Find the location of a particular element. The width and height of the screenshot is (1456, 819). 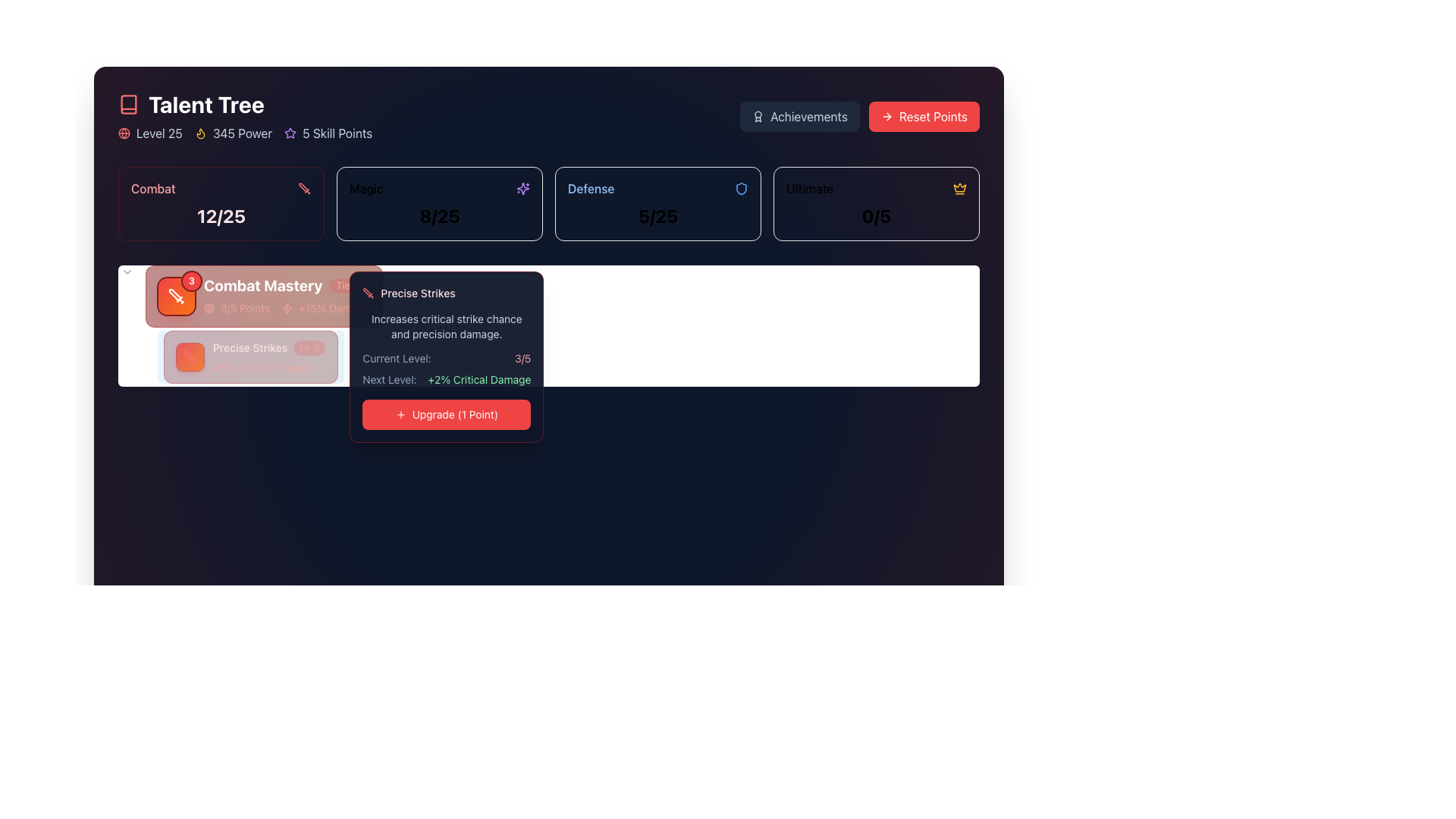

the circular clock face component of the clock icon, positioned above the 'Defense' section in the interface is located at coordinates (580, 242).